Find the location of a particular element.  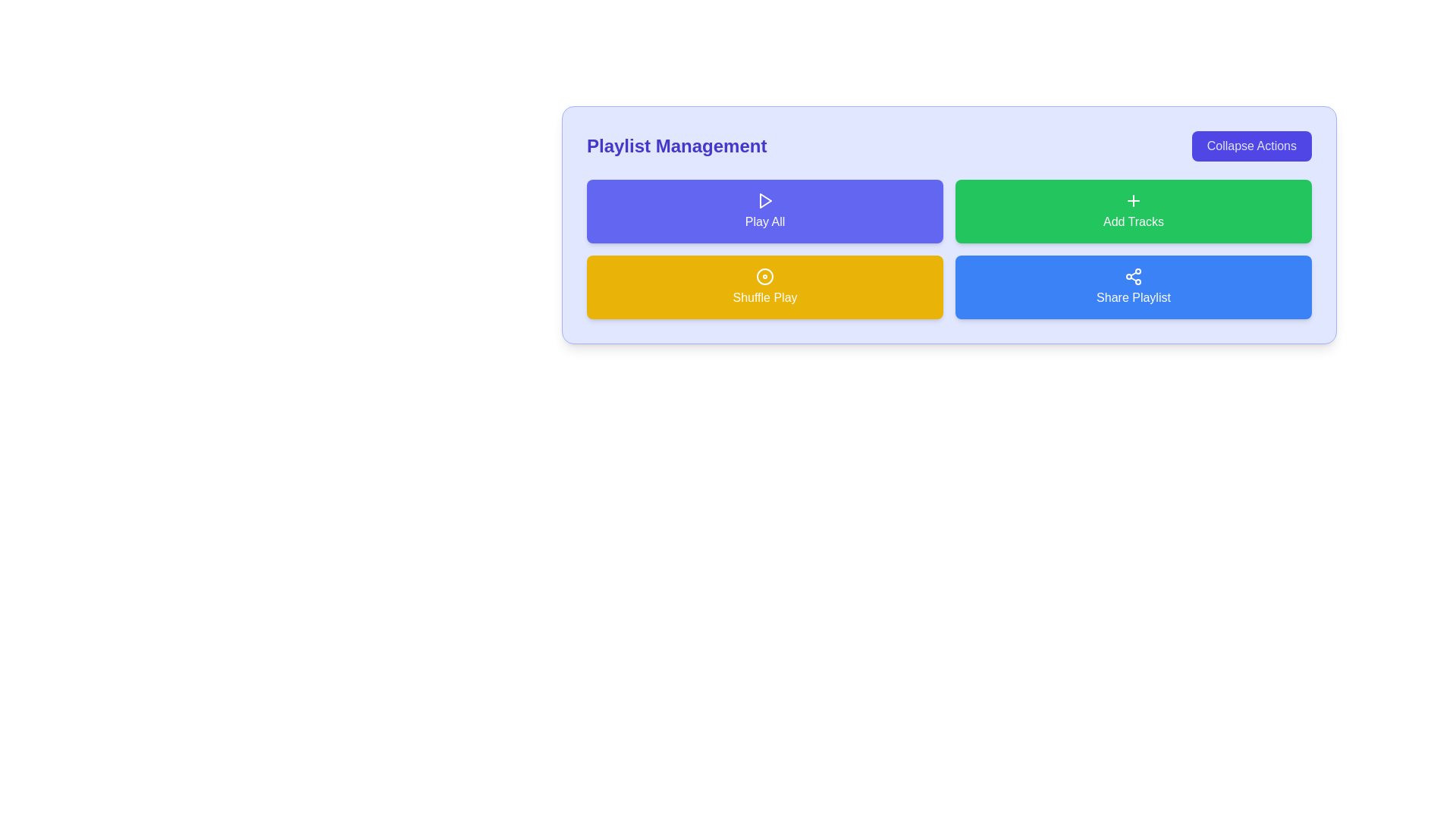

the play icon located in the top-left region of the interface, which is centered above the text label of the 'Play All' button is located at coordinates (765, 200).